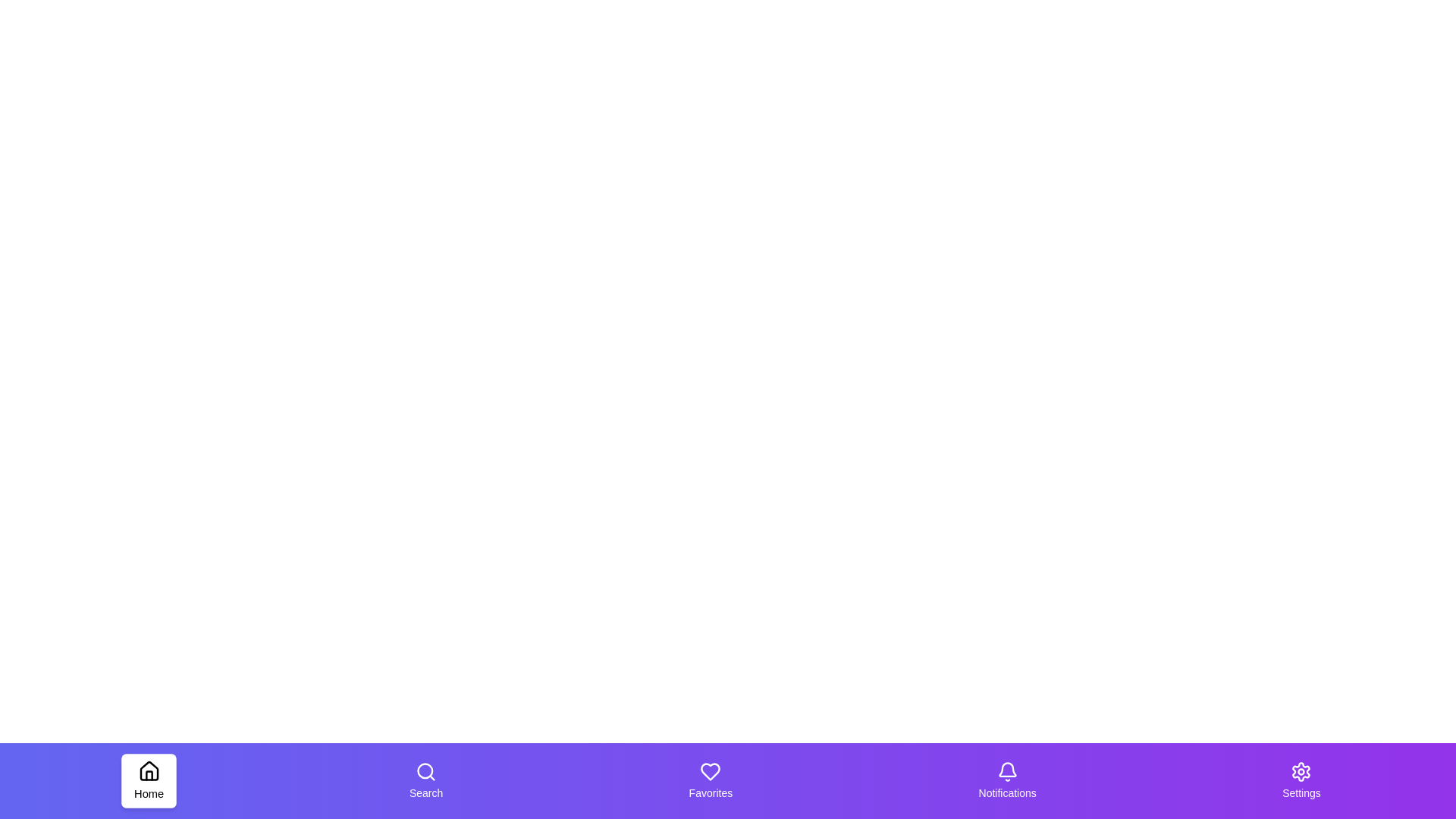 The image size is (1456, 819). Describe the element at coordinates (1007, 780) in the screenshot. I see `the tab labeled Notifications` at that location.